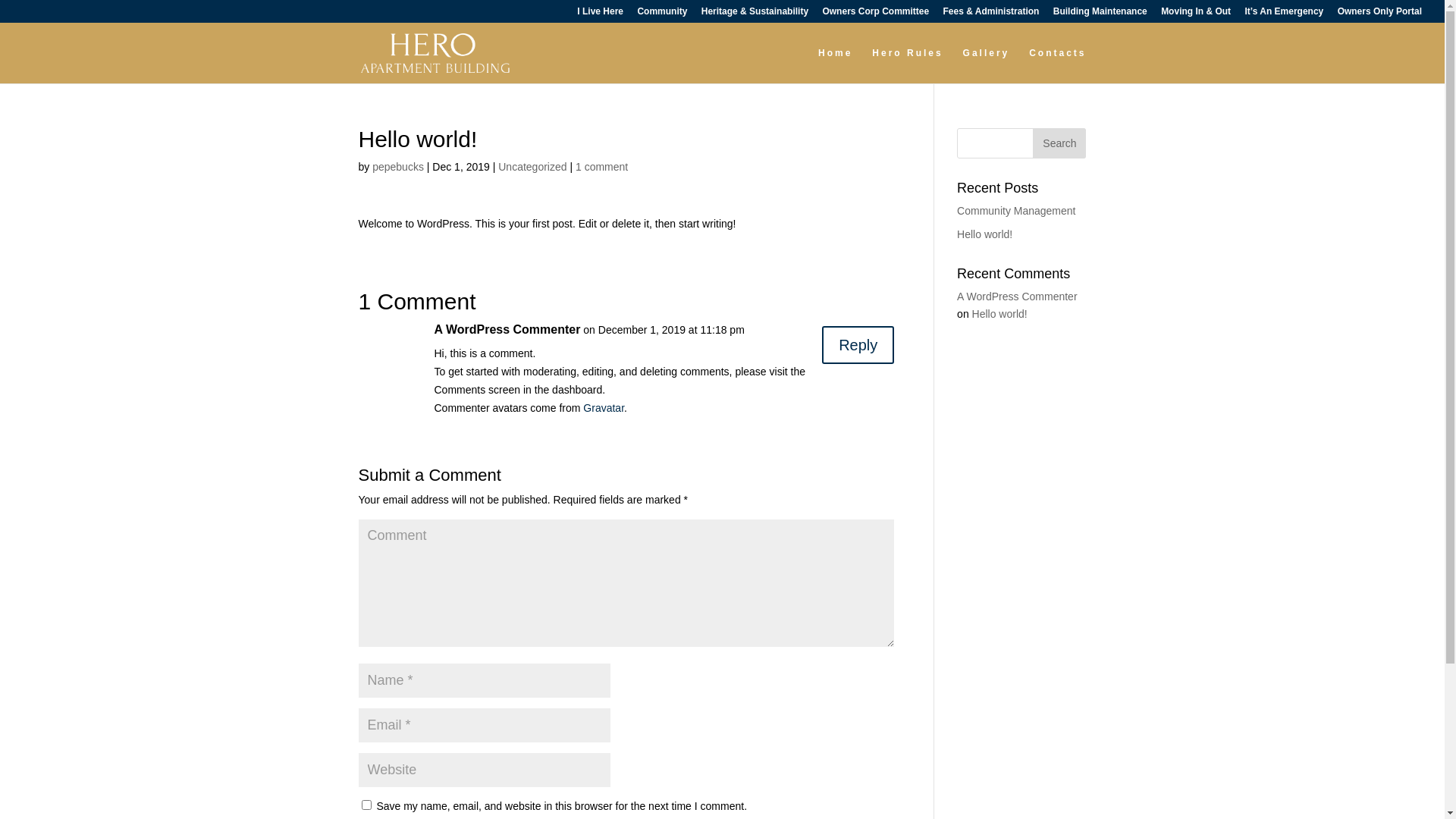  Describe the element at coordinates (601, 166) in the screenshot. I see `'1 comment'` at that location.